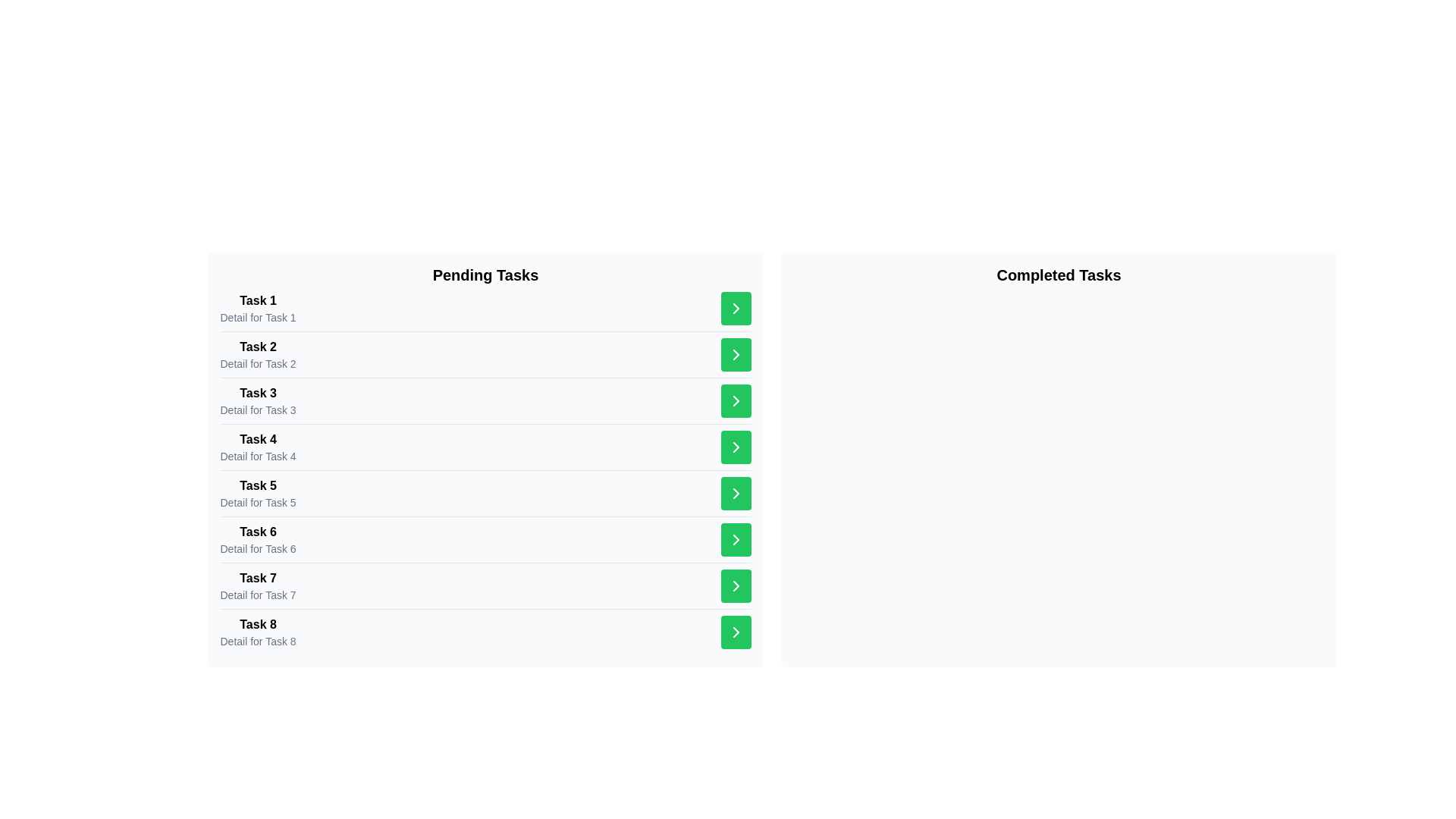 The image size is (1456, 819). Describe the element at coordinates (258, 354) in the screenshot. I see `details of the task displayed in the Text block titled 'Task 2' located in the 'Pending Tasks' column, which occupies the second position in the vertical list` at that location.